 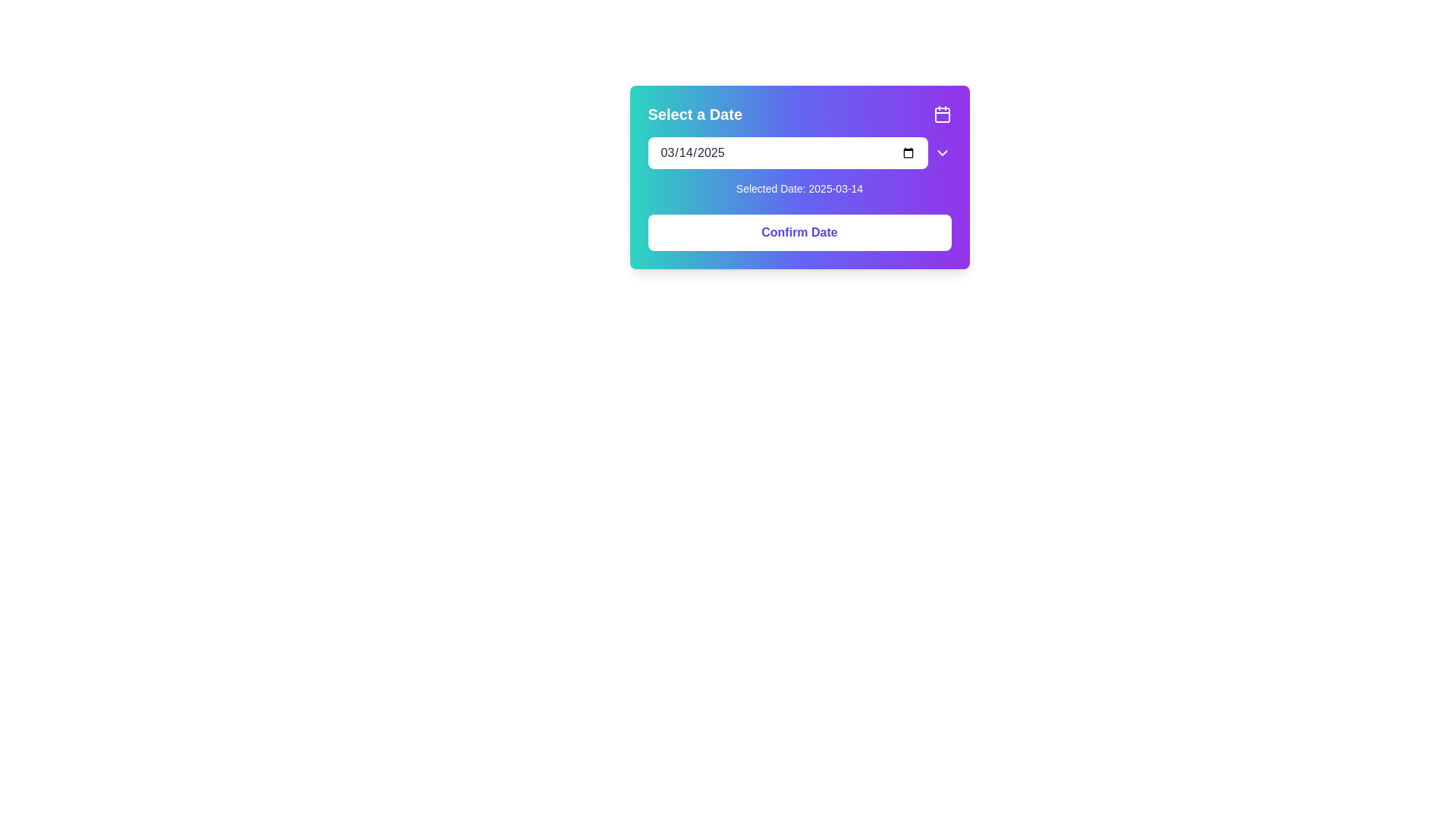 I want to click on the rounded rectangle shape with a purple fill located inside the calendar icon in the top-right corner of the modal dialog, so click(x=941, y=114).